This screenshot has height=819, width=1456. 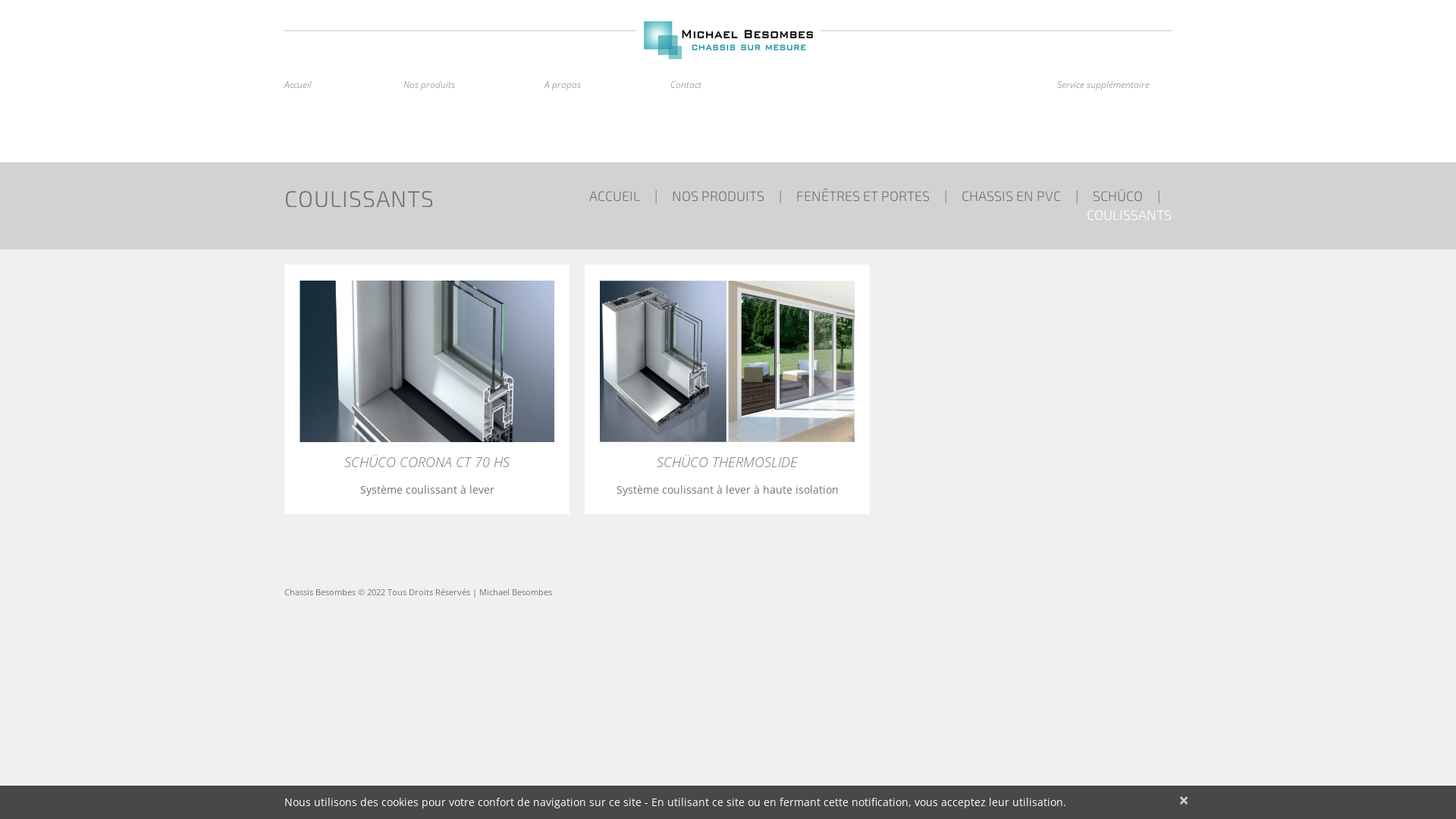 What do you see at coordinates (298, 84) in the screenshot?
I see `'Accueil'` at bounding box center [298, 84].